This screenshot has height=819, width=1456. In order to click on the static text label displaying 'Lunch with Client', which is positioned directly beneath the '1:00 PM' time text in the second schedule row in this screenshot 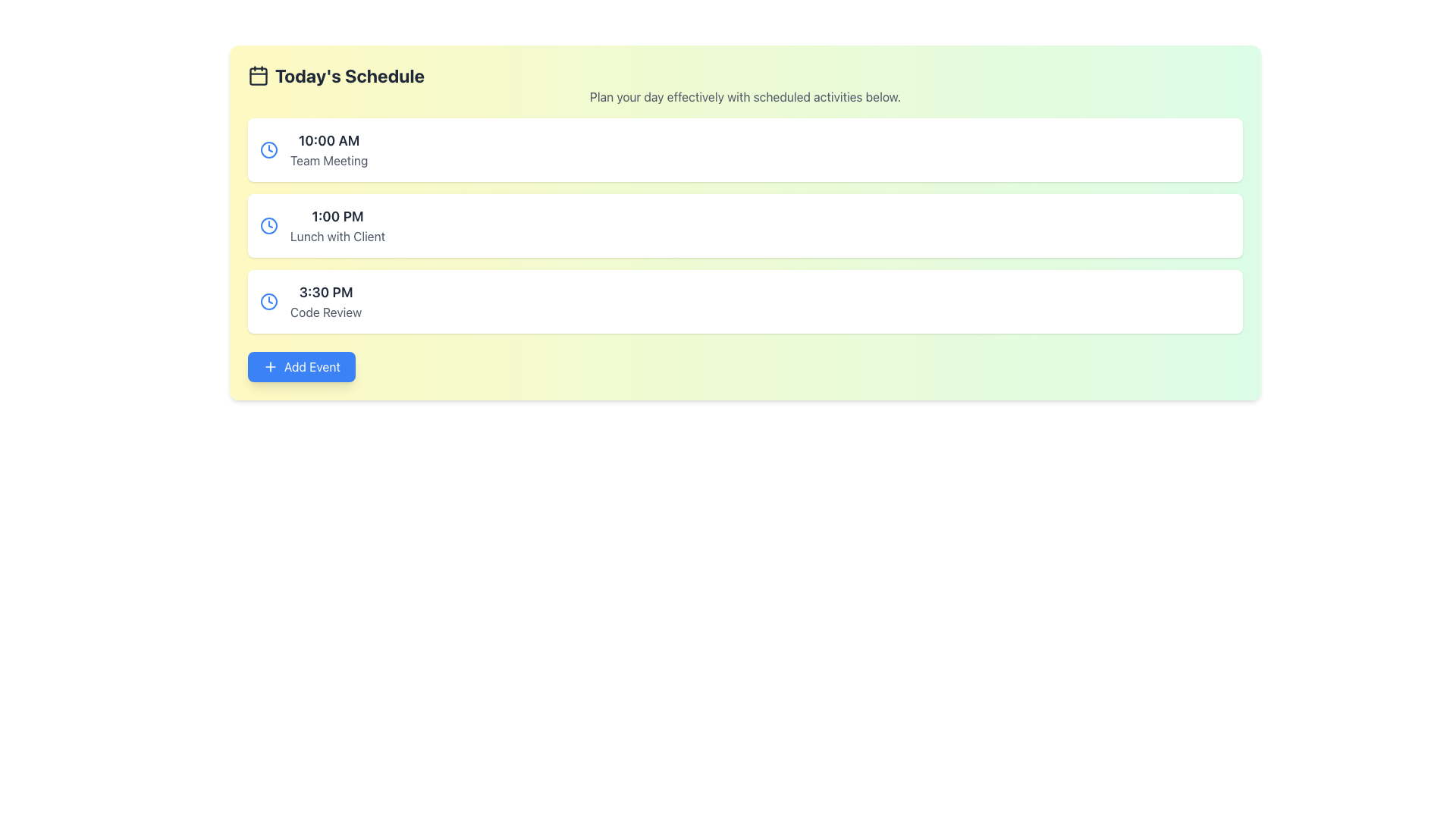, I will do `click(337, 237)`.